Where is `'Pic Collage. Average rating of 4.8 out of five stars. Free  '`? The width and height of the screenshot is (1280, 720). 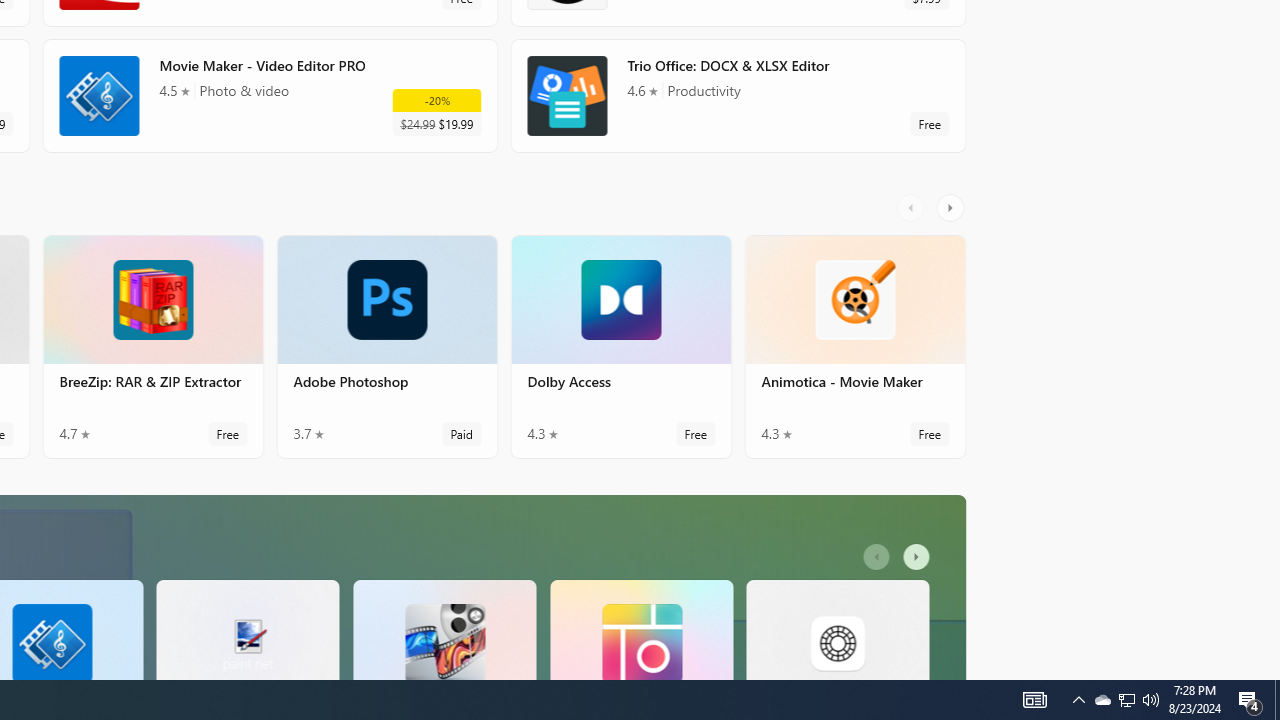 'Pic Collage. Average rating of 4.8 out of five stars. Free  ' is located at coordinates (641, 628).